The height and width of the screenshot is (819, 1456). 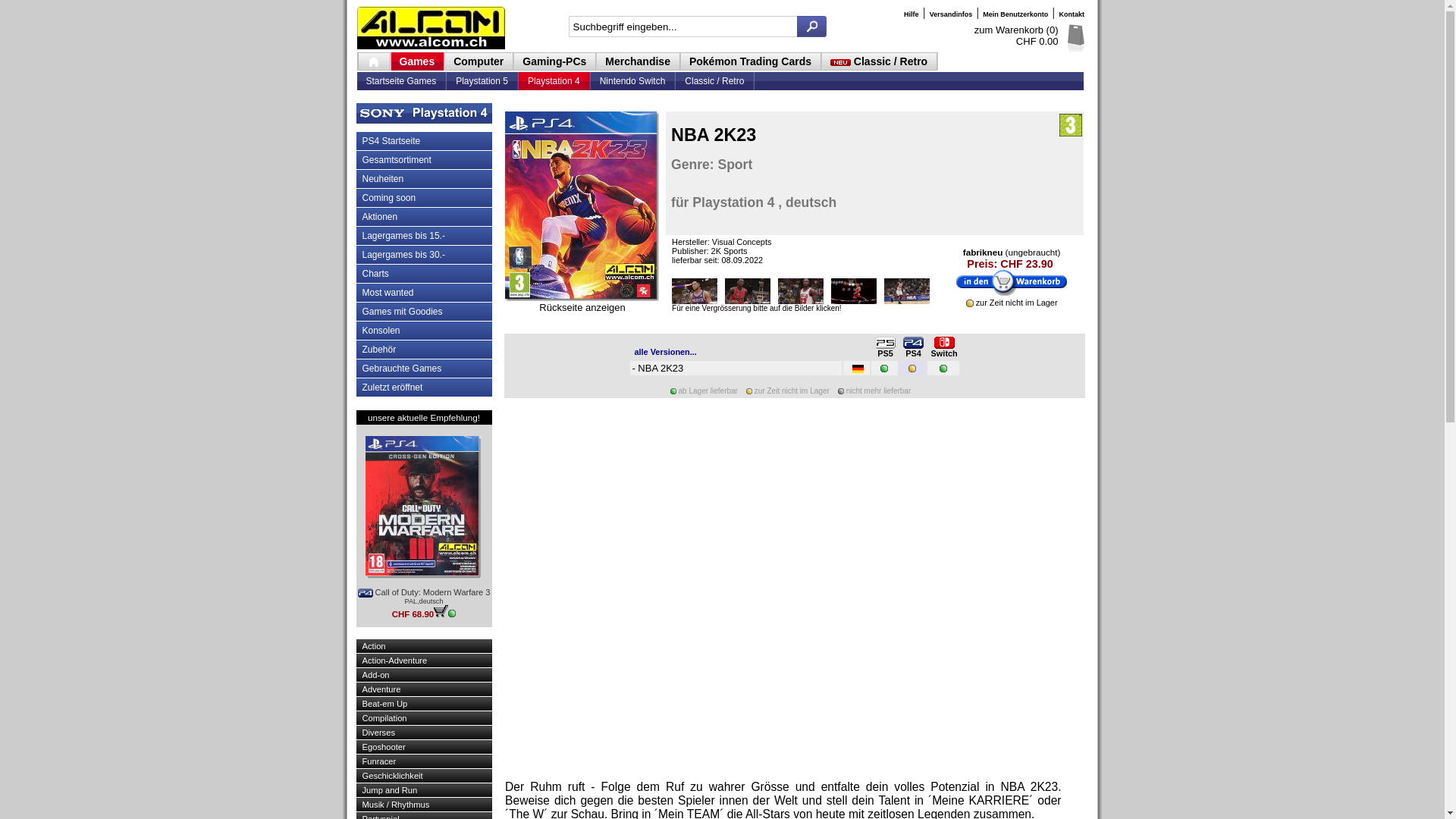 What do you see at coordinates (372, 61) in the screenshot?
I see `'Home'` at bounding box center [372, 61].